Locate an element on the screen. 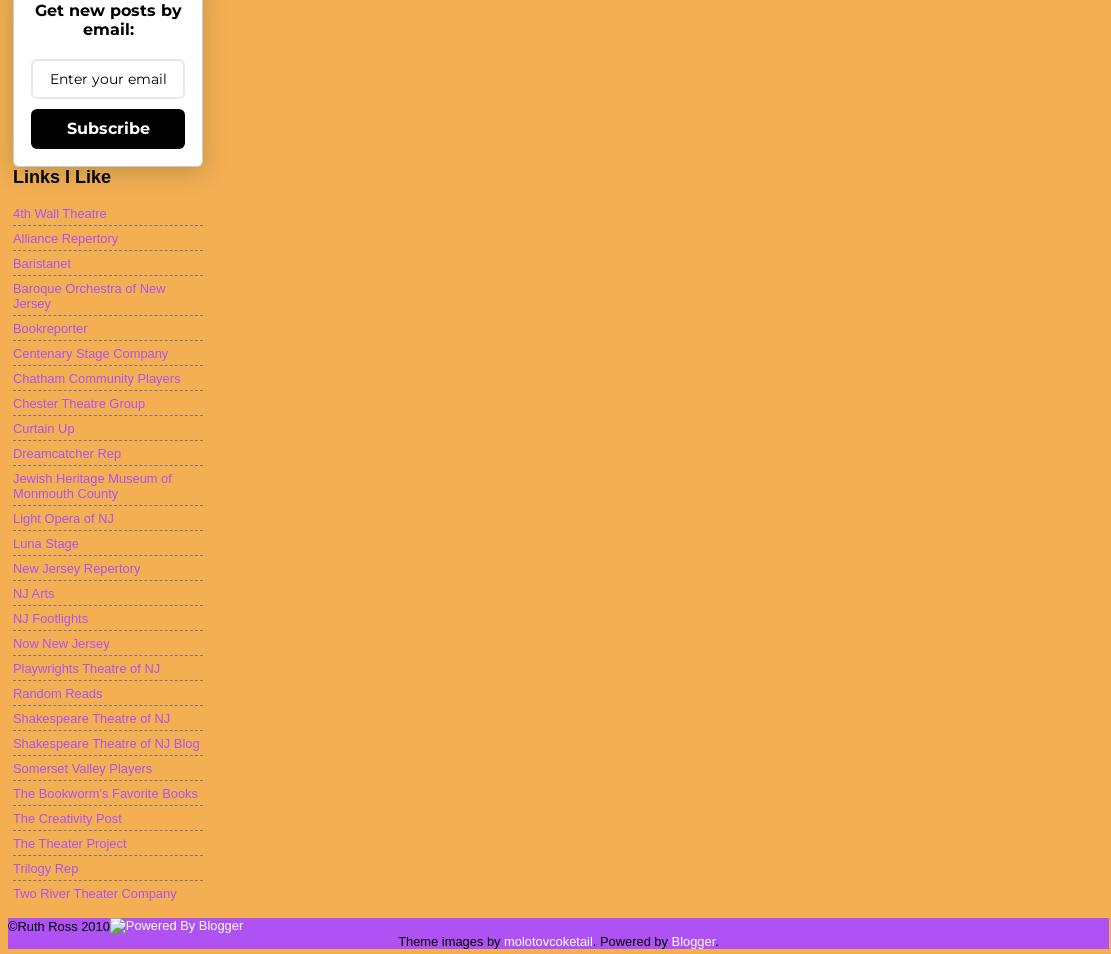 The height and width of the screenshot is (954, 1111). 'New Jersey Repertory' is located at coordinates (75, 566).